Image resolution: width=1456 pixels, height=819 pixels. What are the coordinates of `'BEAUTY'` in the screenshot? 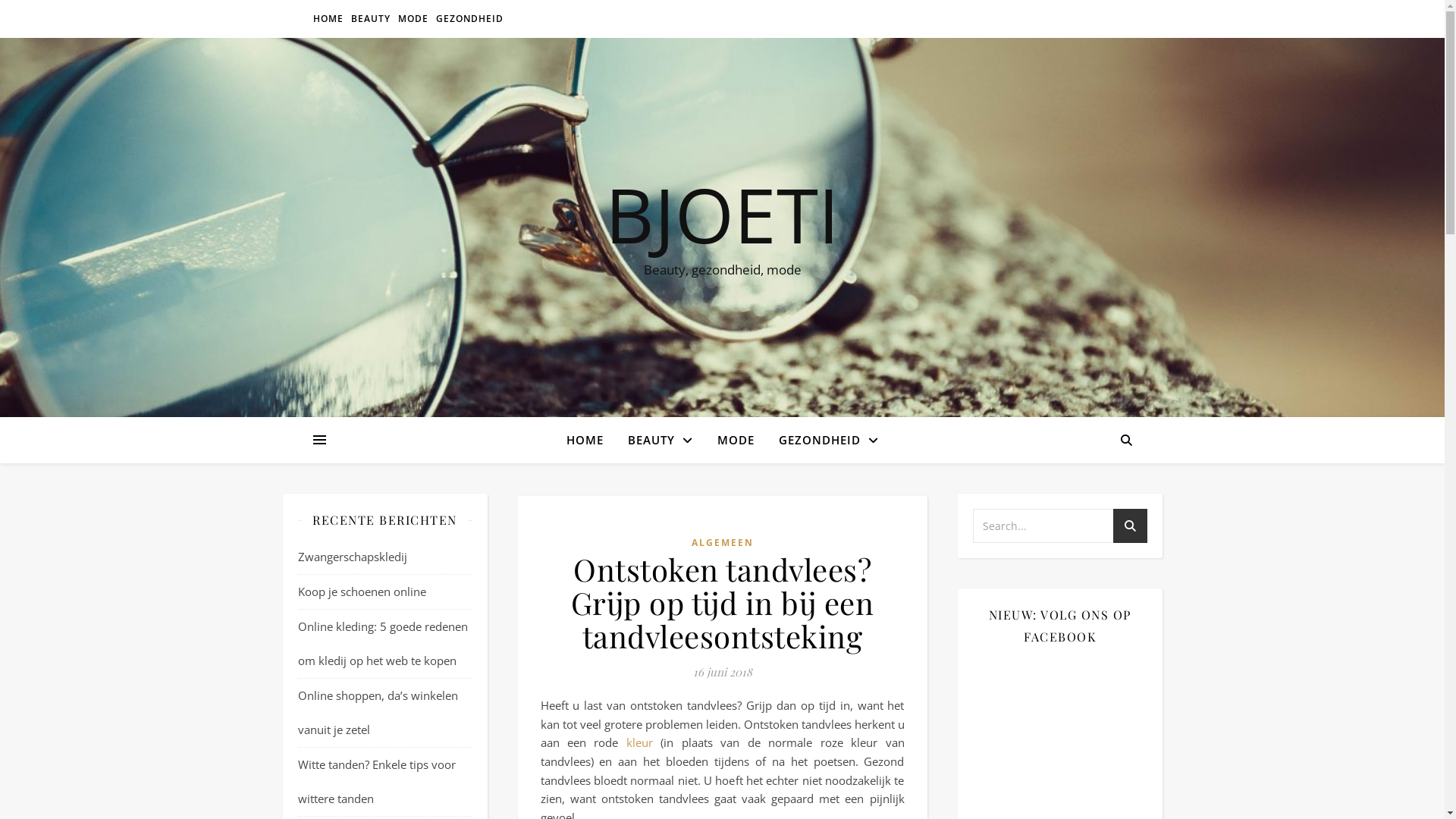 It's located at (346, 18).